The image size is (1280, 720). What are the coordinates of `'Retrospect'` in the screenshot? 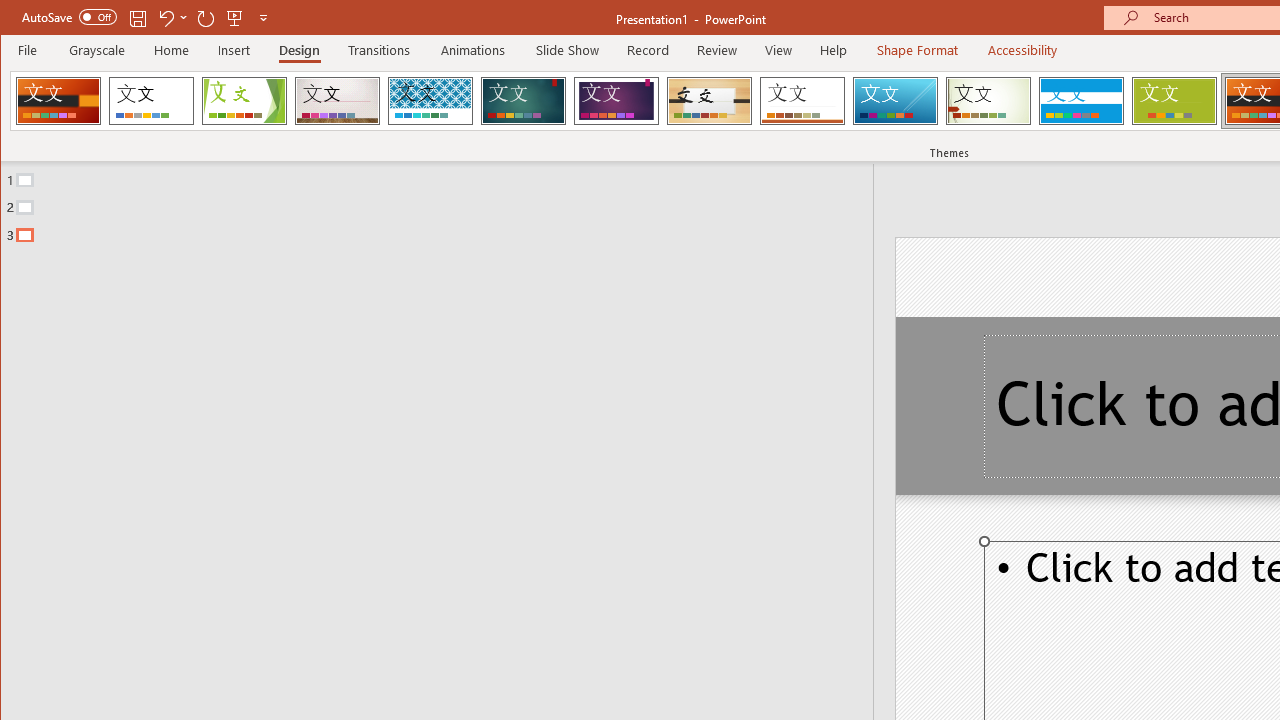 It's located at (802, 100).